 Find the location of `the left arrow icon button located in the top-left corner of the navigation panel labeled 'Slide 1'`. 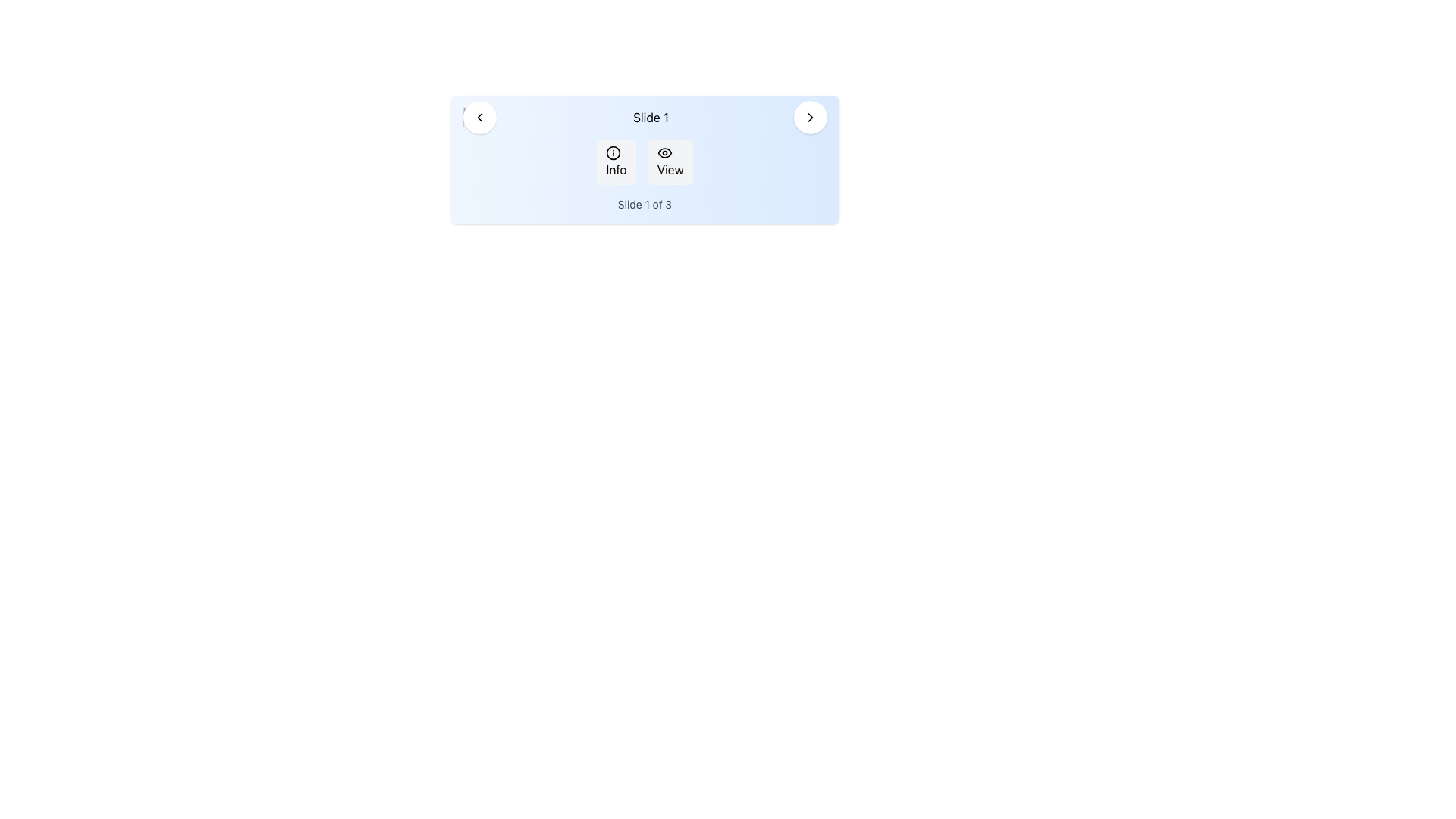

the left arrow icon button located in the top-left corner of the navigation panel labeled 'Slide 1' is located at coordinates (479, 116).